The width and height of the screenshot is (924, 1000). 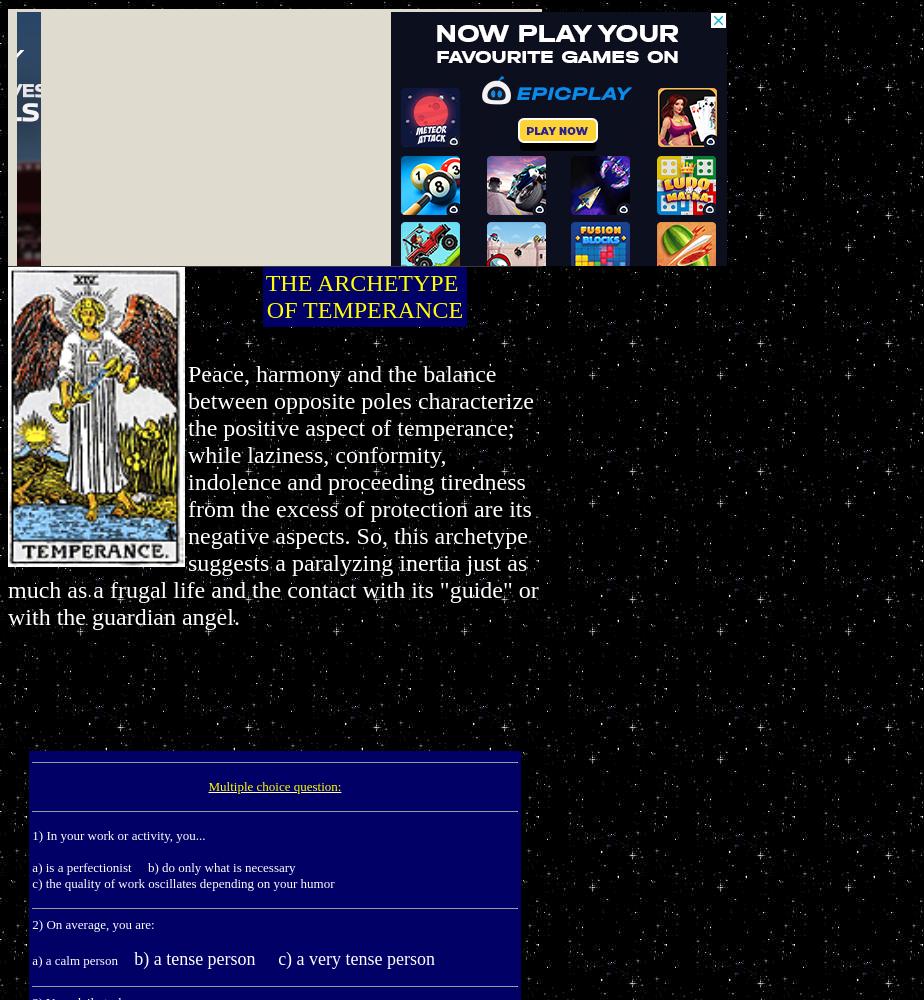 I want to click on 'a) is a perfectionist', so click(x=31, y=866).